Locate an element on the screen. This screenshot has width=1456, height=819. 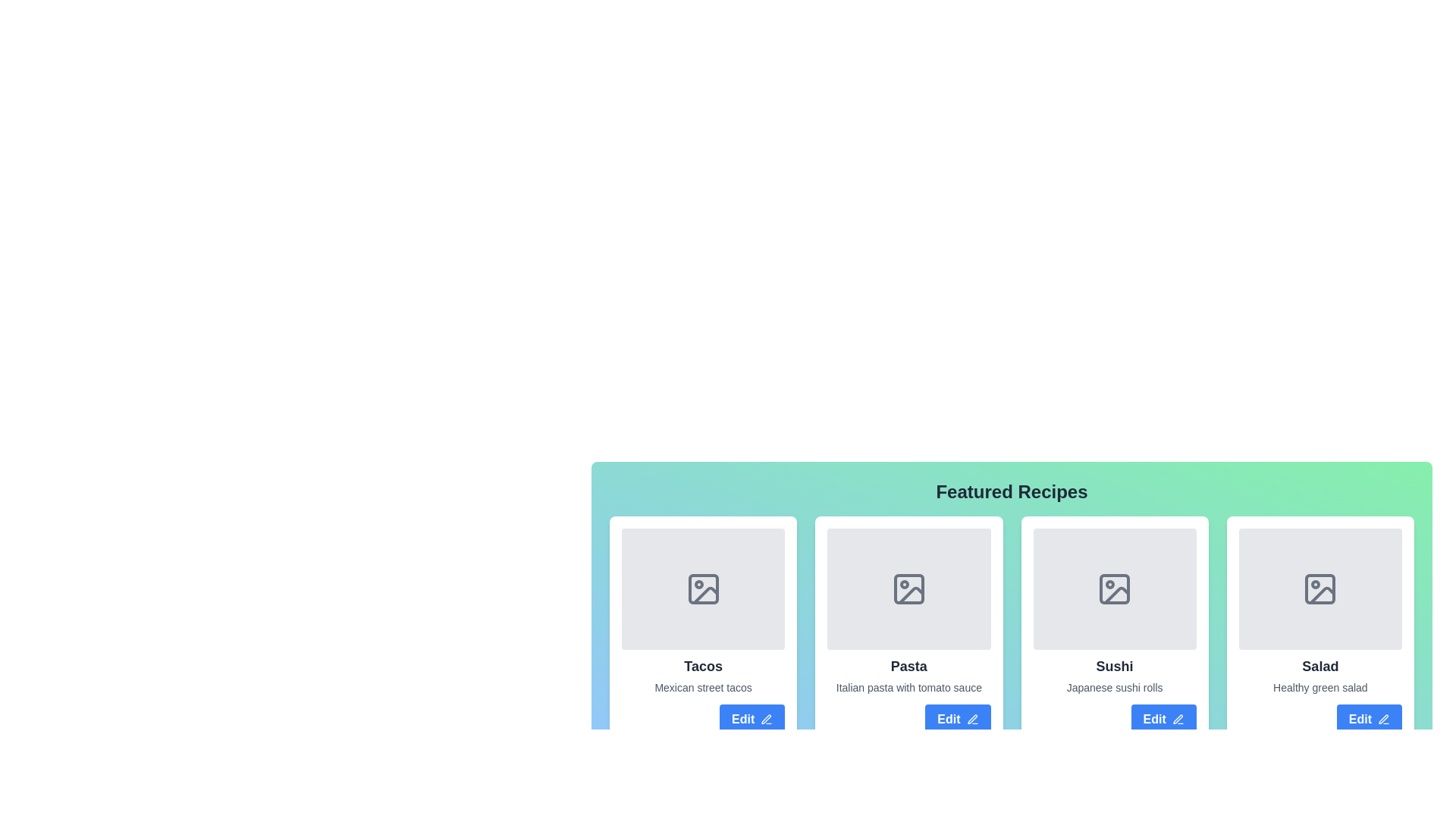
the button located at the bottom-right corner of the 'Sushi' card is located at coordinates (1115, 718).